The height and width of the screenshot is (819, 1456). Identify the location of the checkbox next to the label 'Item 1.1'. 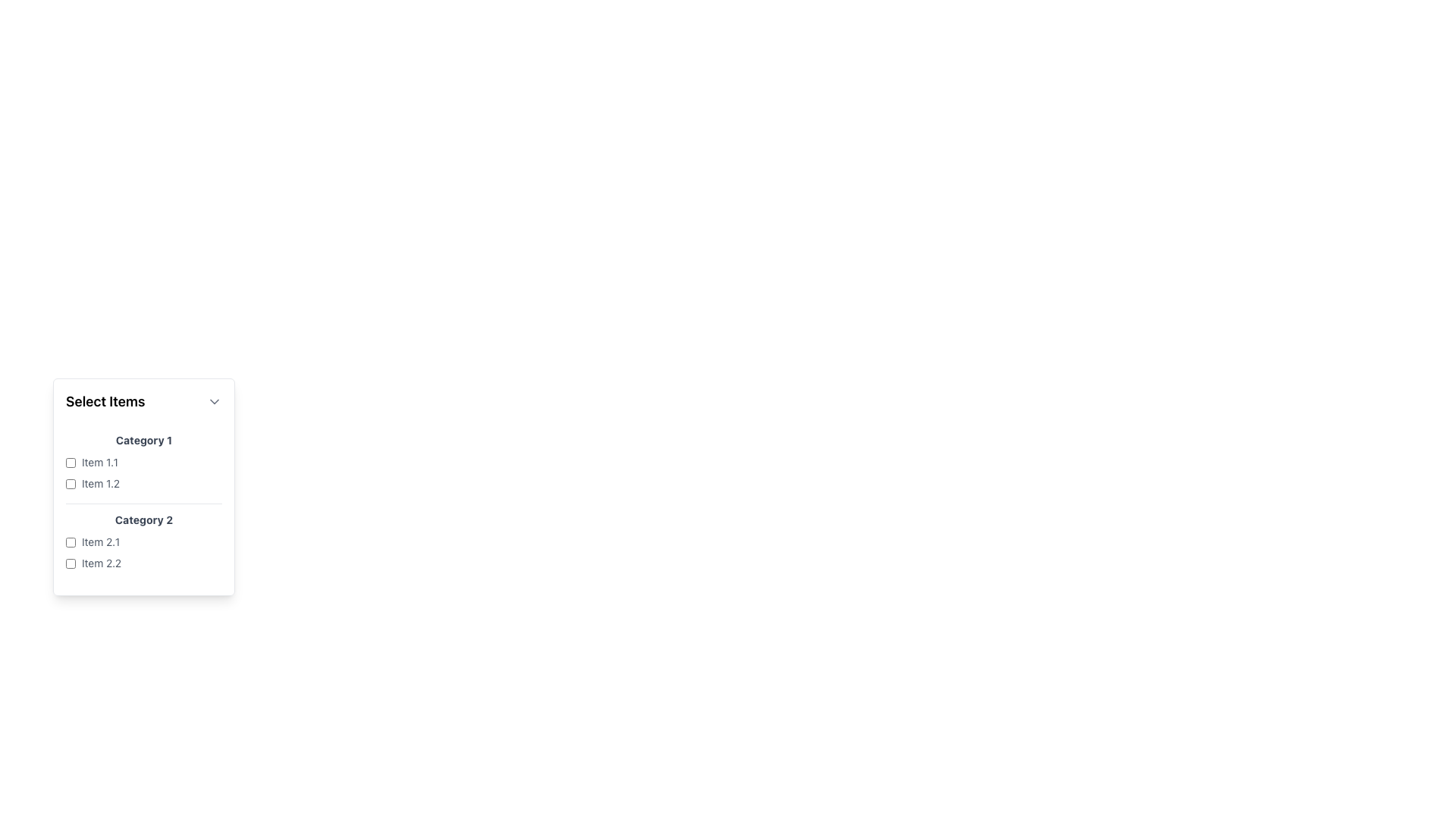
(70, 461).